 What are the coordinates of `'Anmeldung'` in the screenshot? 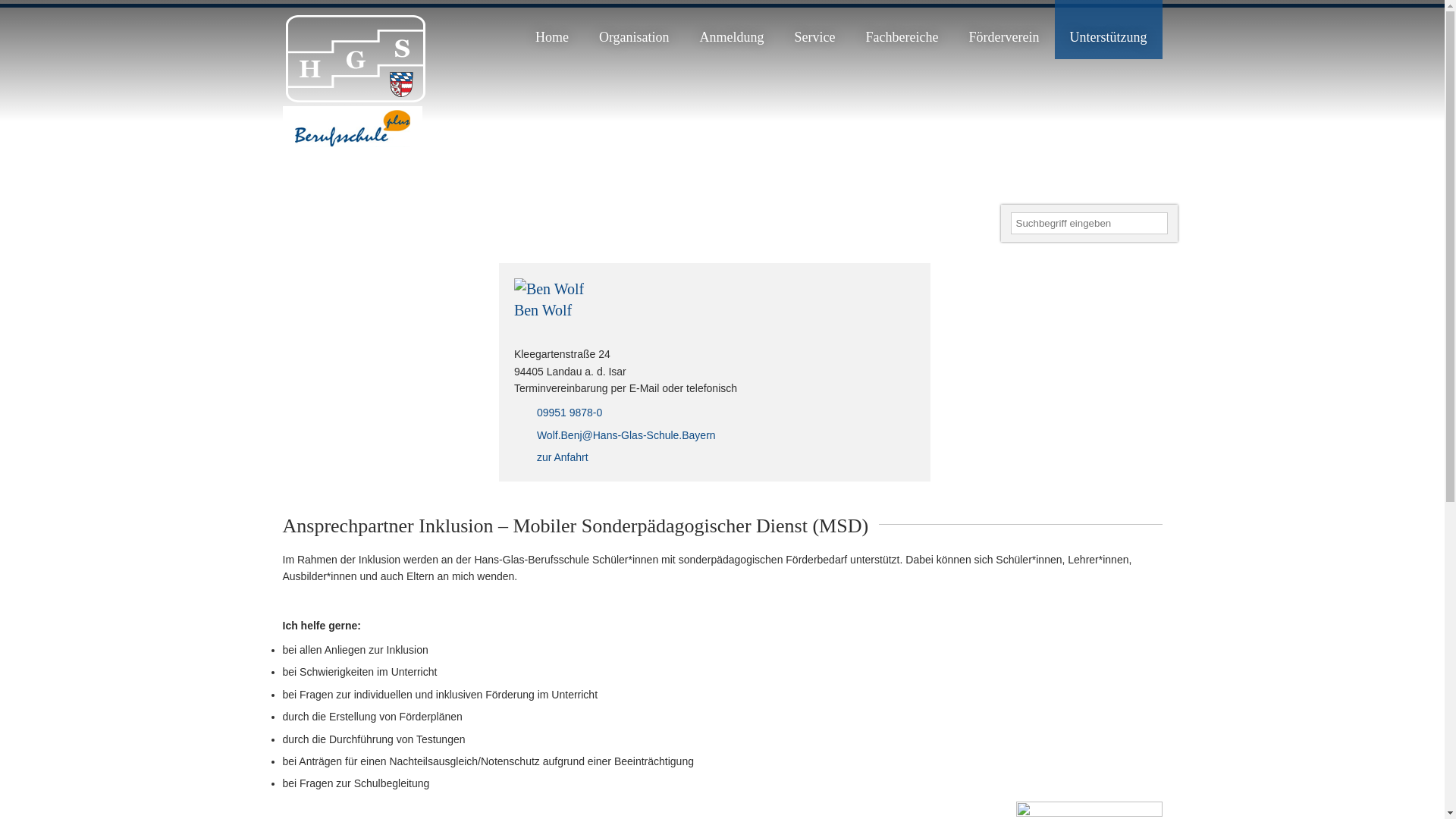 It's located at (732, 29).